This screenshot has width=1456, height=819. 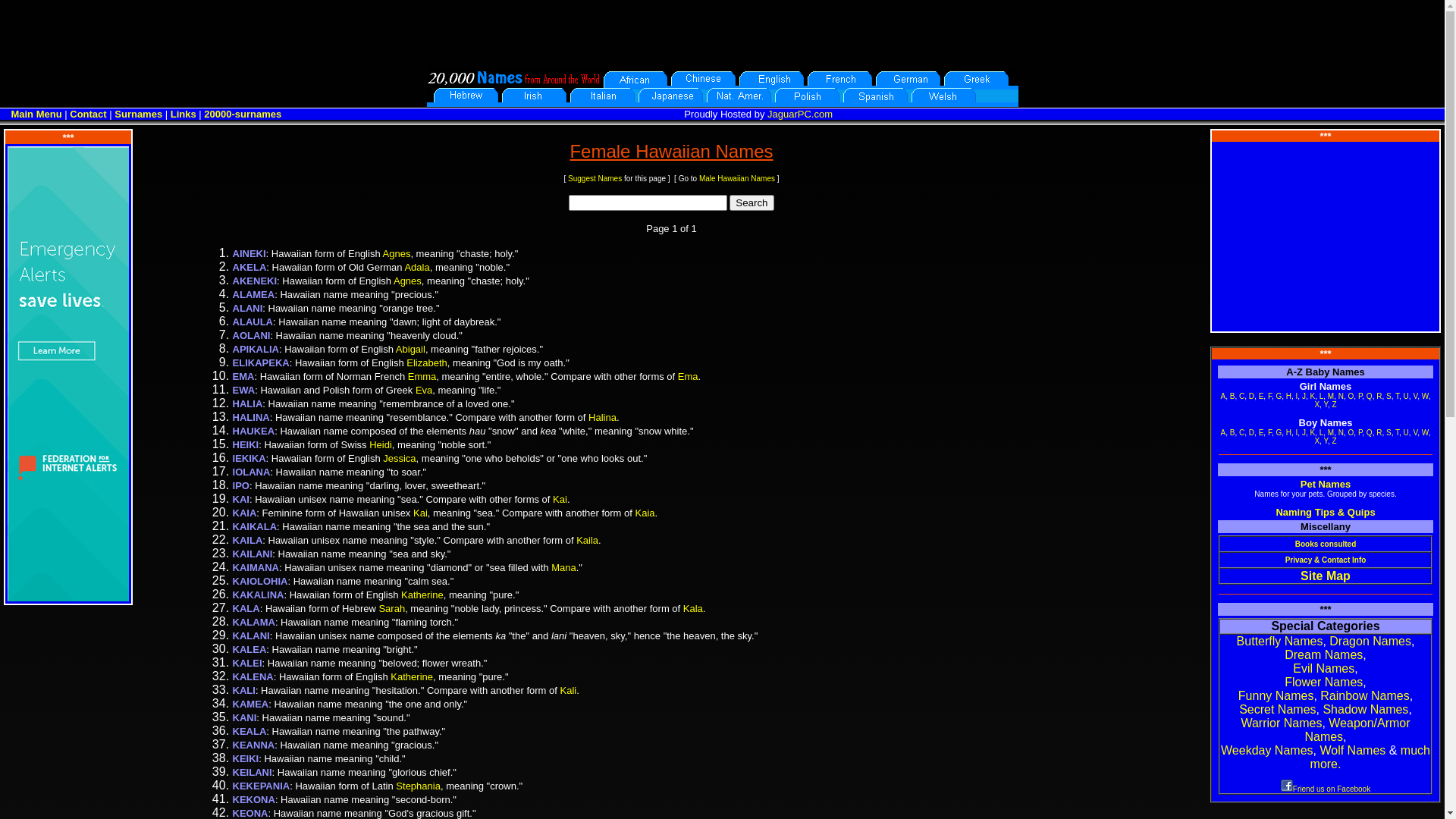 I want to click on 'B', so click(x=1232, y=432).